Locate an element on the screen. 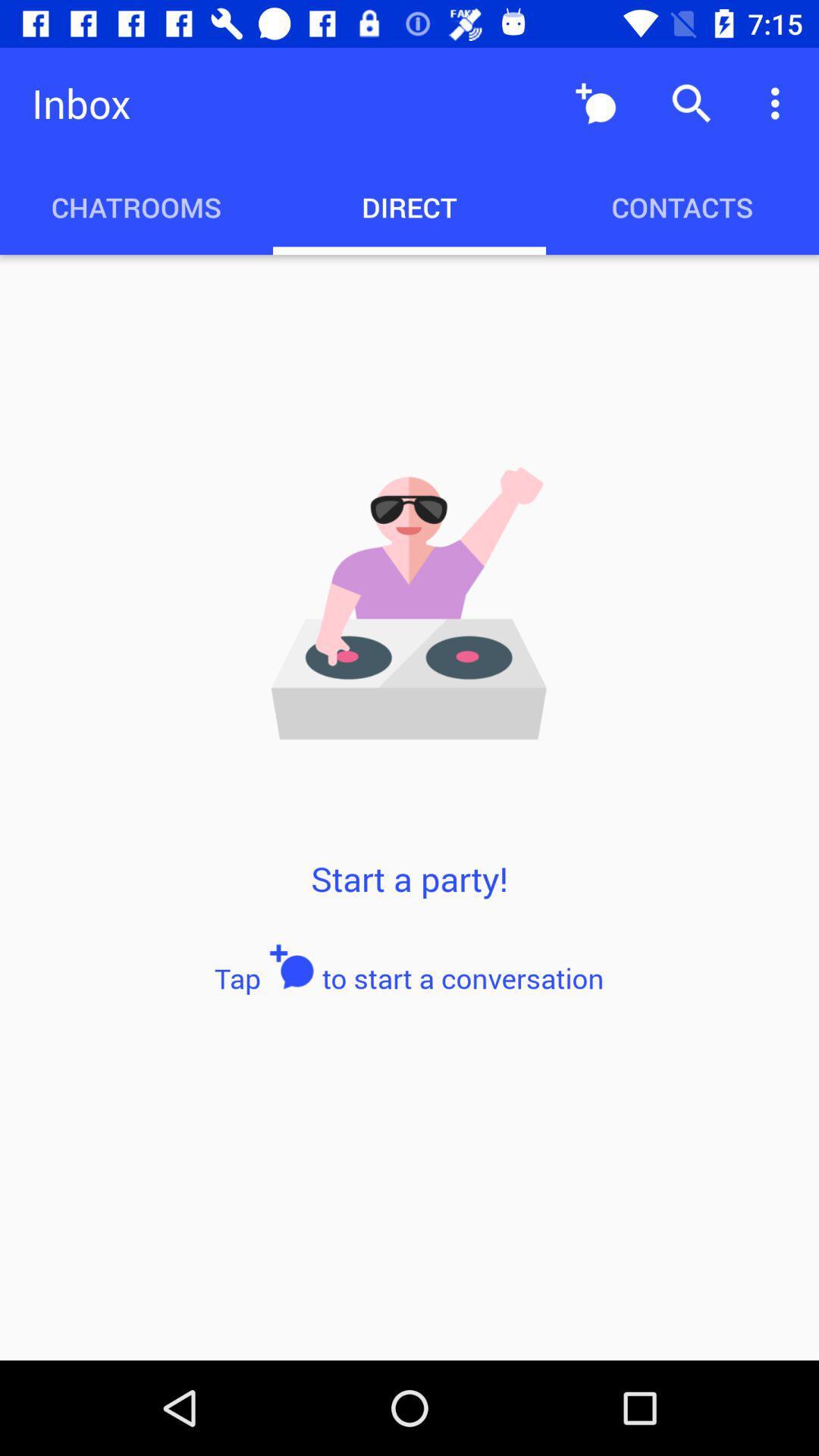 This screenshot has width=819, height=1456. item above contacts item is located at coordinates (595, 102).